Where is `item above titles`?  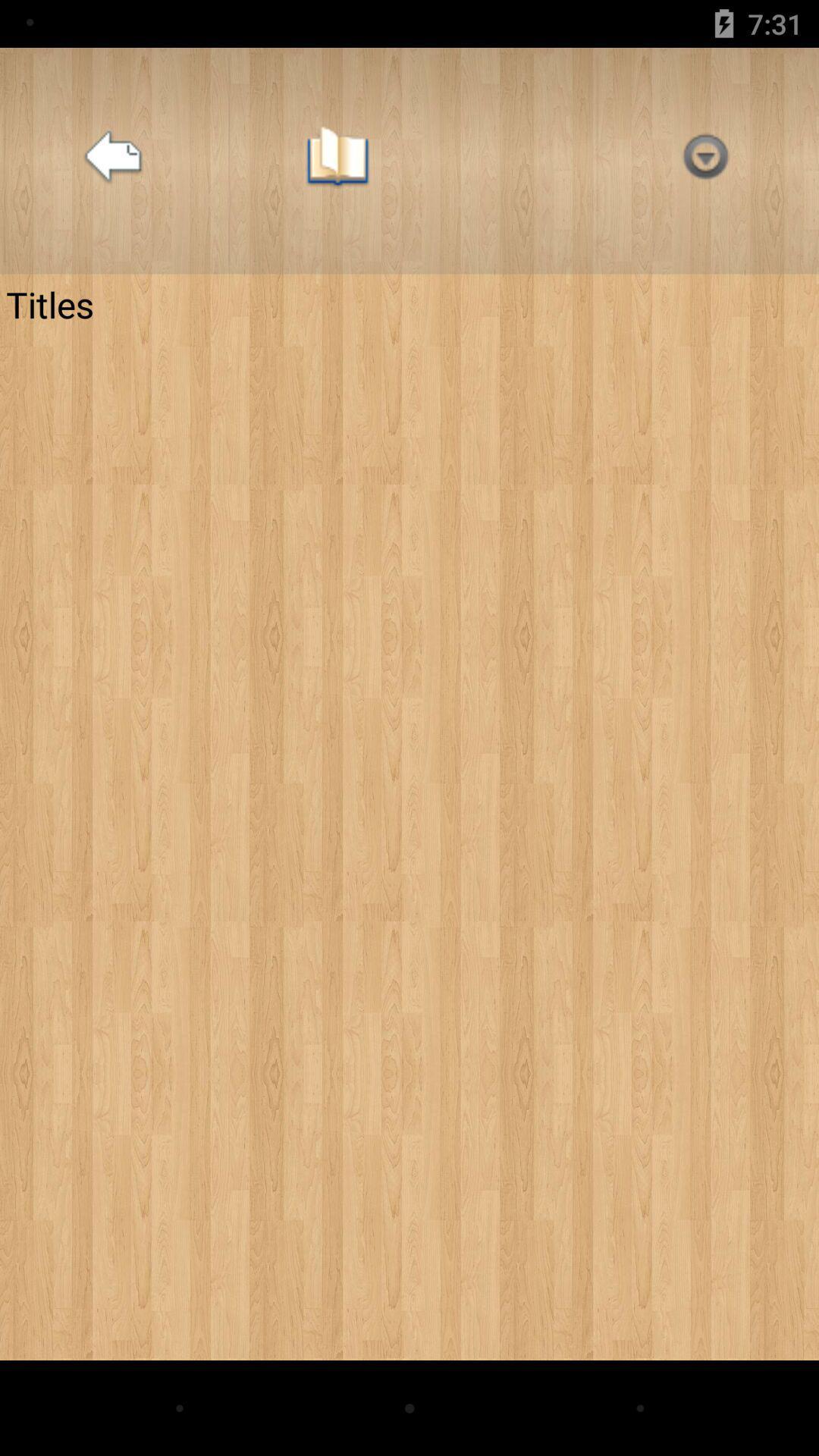 item above titles is located at coordinates (337, 161).